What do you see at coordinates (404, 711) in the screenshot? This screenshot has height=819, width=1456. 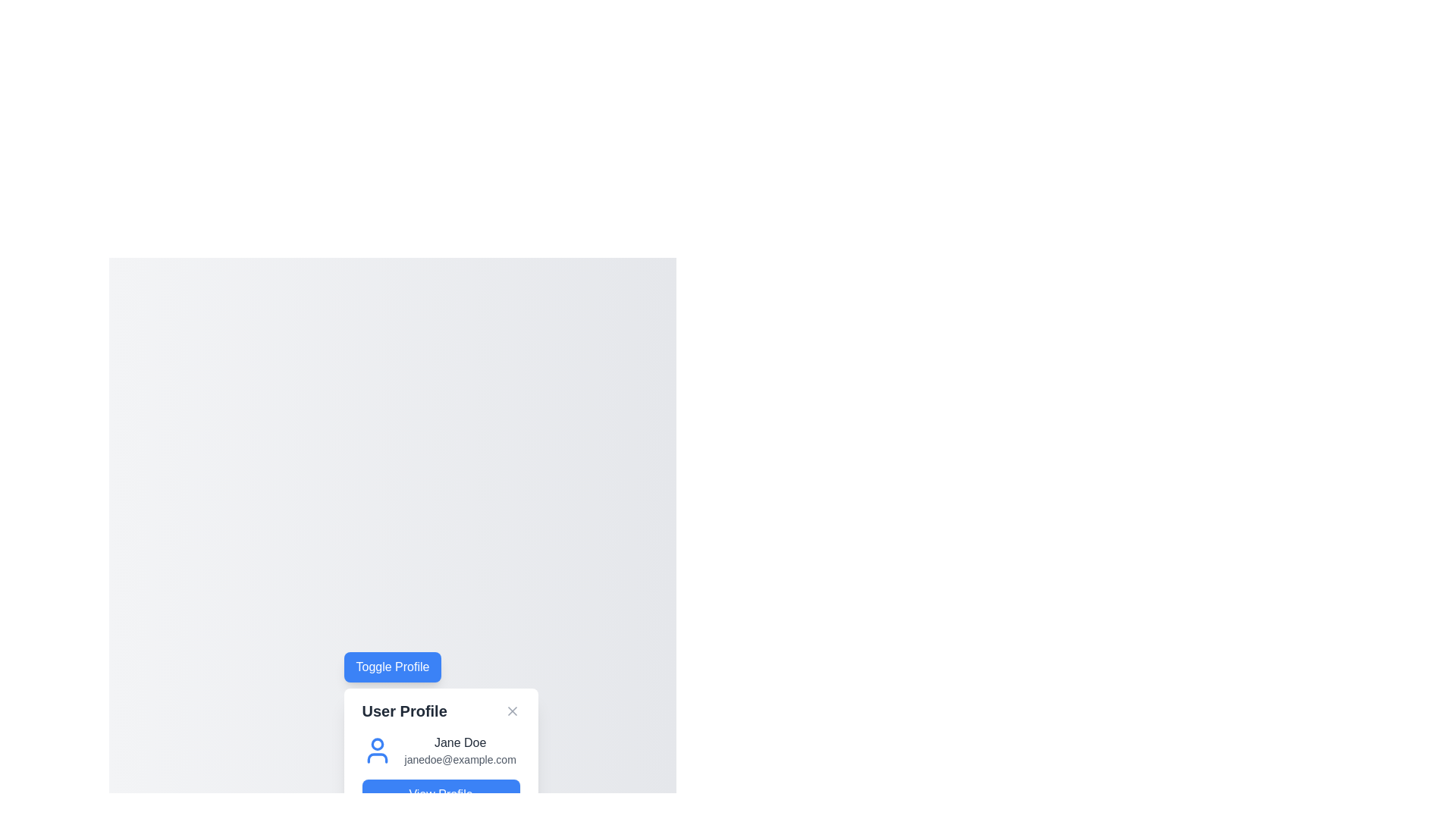 I see `the user profile information label, which serves as the heading for this section of the interface` at bounding box center [404, 711].